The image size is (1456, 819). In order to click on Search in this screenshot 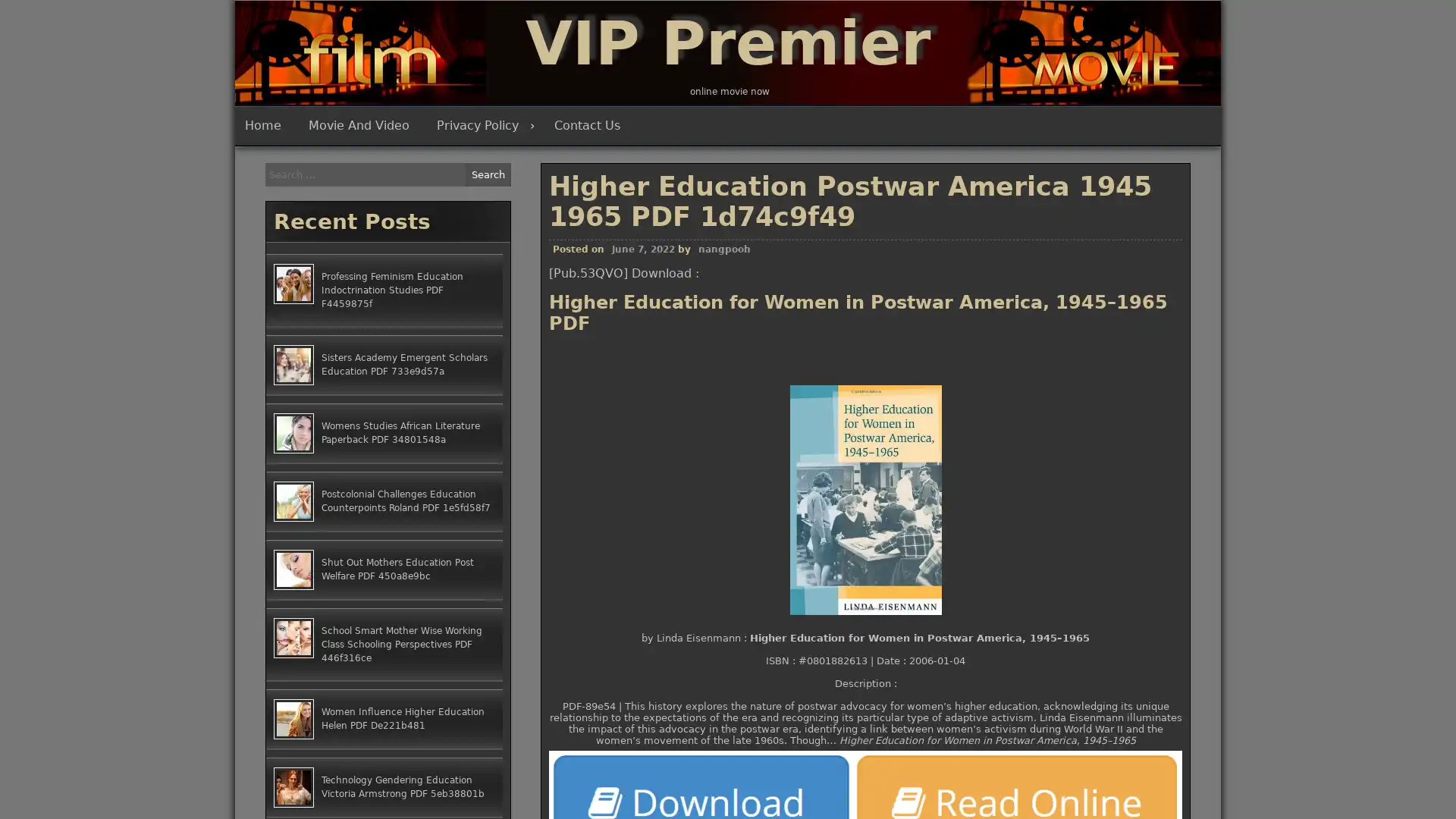, I will do `click(488, 174)`.